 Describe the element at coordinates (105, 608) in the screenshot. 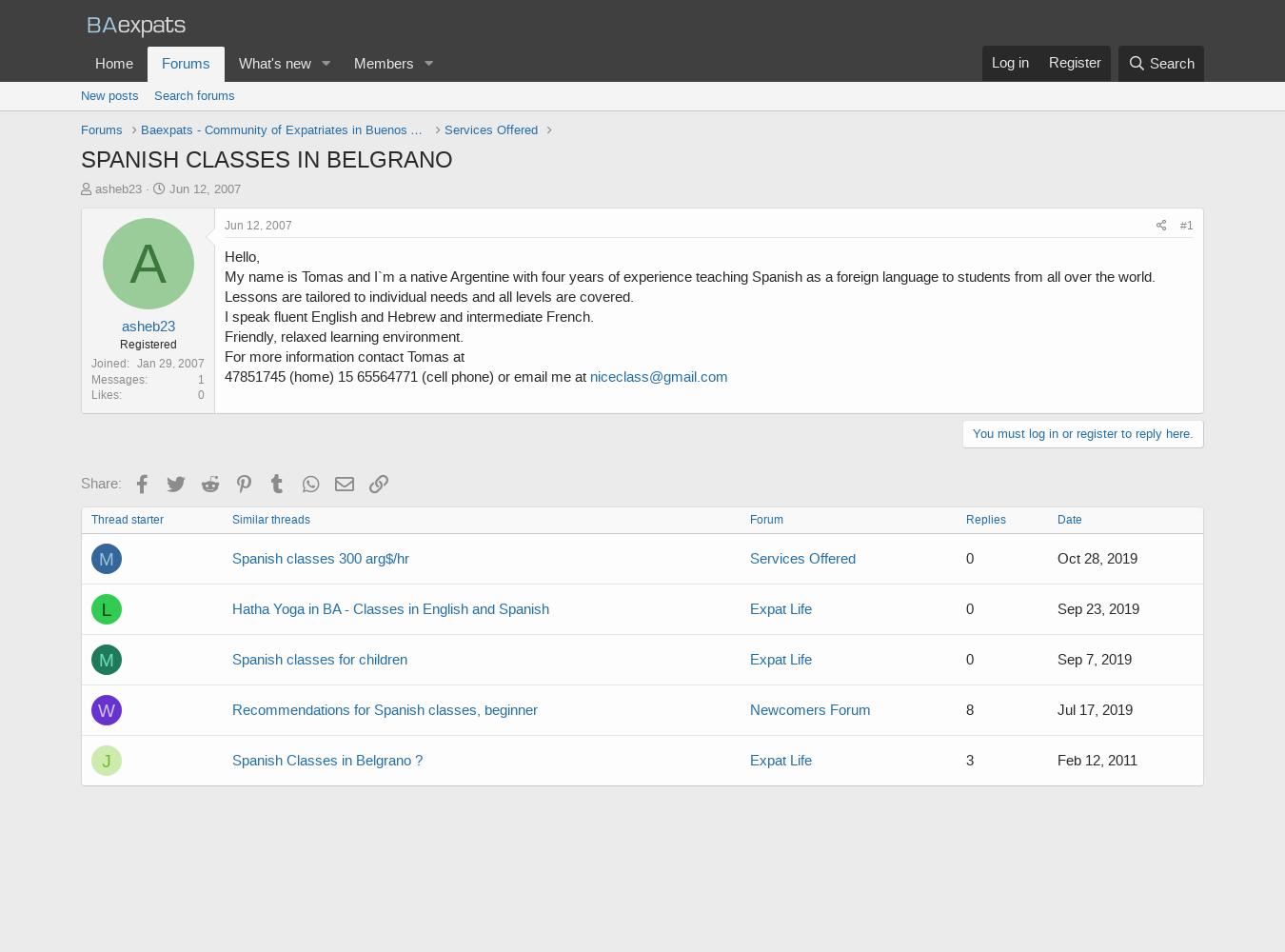

I see `'L'` at that location.